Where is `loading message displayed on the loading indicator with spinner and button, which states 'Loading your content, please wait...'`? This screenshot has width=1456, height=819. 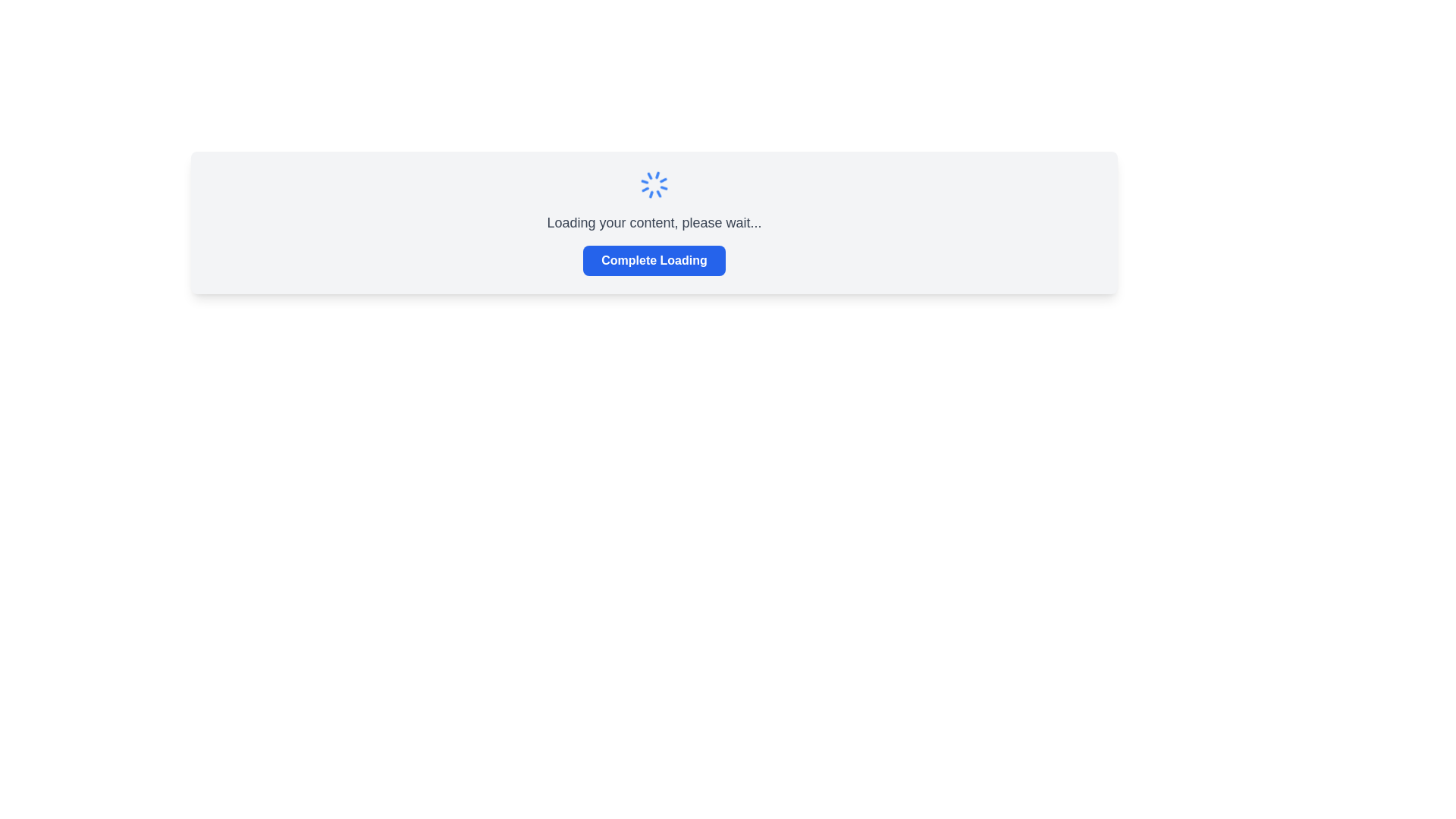 loading message displayed on the loading indicator with spinner and button, which states 'Loading your content, please wait...' is located at coordinates (654, 222).